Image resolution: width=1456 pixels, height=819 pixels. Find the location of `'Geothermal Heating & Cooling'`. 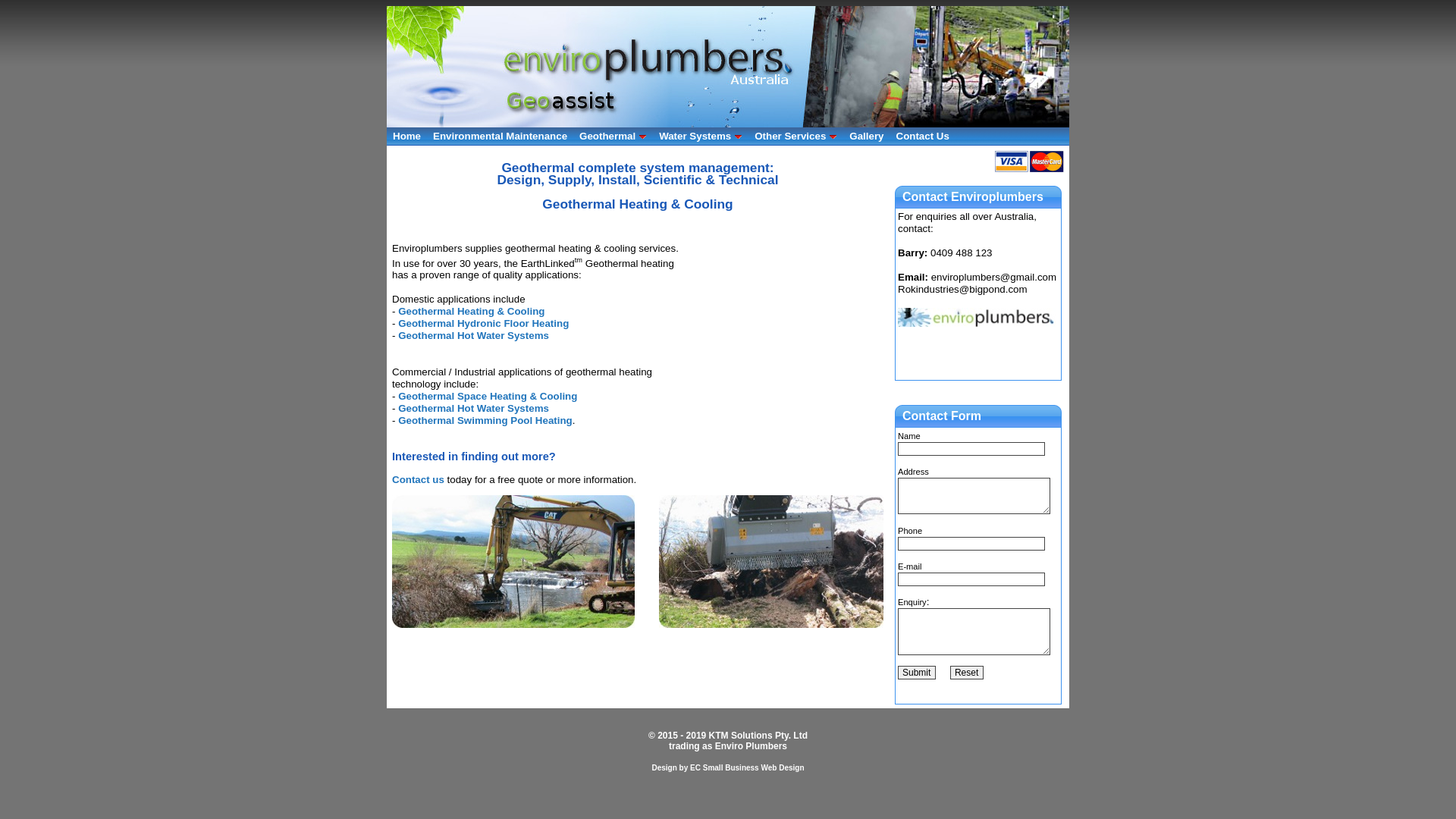

'Geothermal Heating & Cooling' is located at coordinates (470, 310).